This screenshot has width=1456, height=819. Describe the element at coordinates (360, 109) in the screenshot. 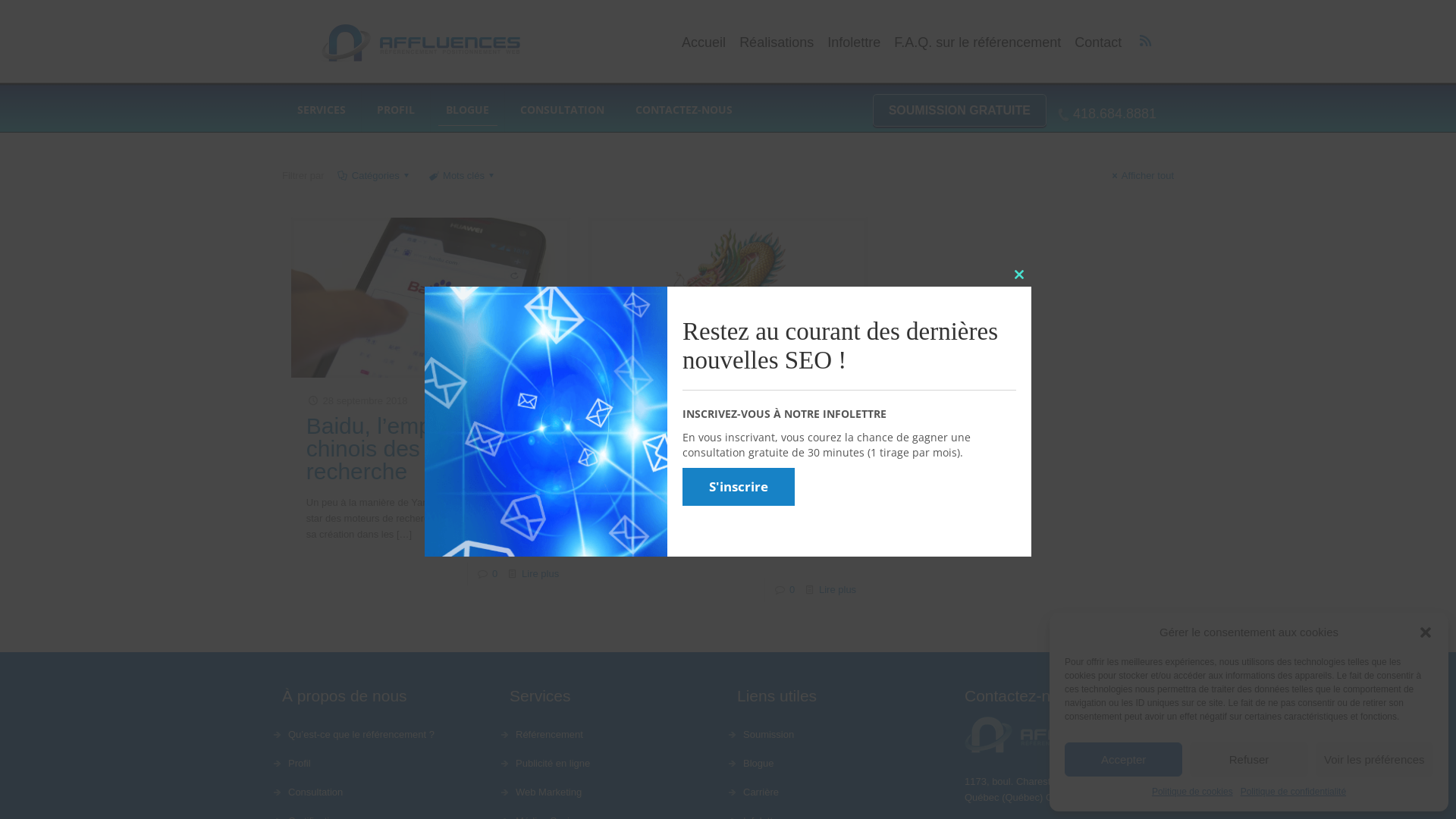

I see `'PROFIL'` at that location.